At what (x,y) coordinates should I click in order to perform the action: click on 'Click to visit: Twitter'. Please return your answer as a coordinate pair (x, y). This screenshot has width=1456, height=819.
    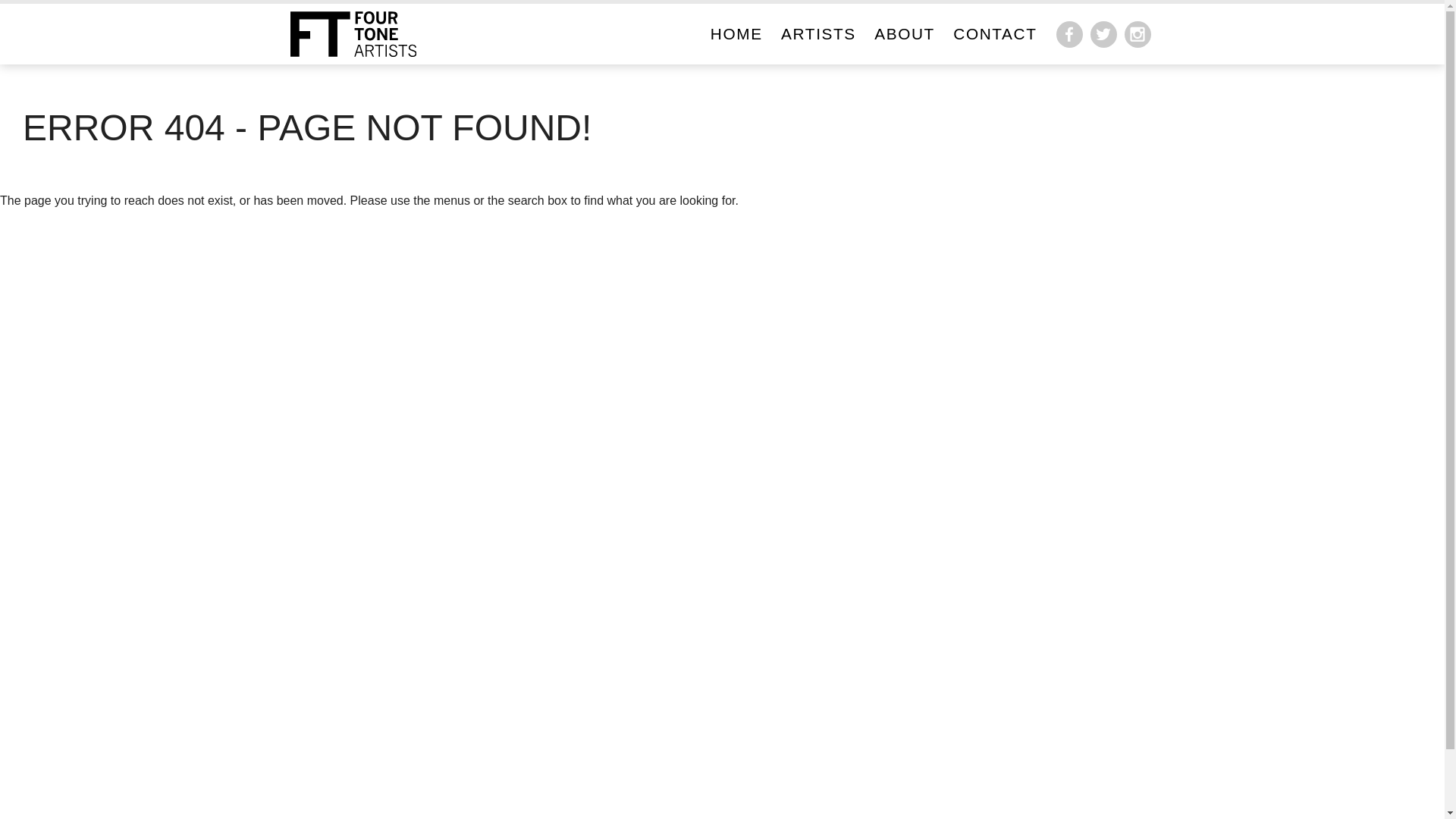
    Looking at the image, I should click on (1103, 34).